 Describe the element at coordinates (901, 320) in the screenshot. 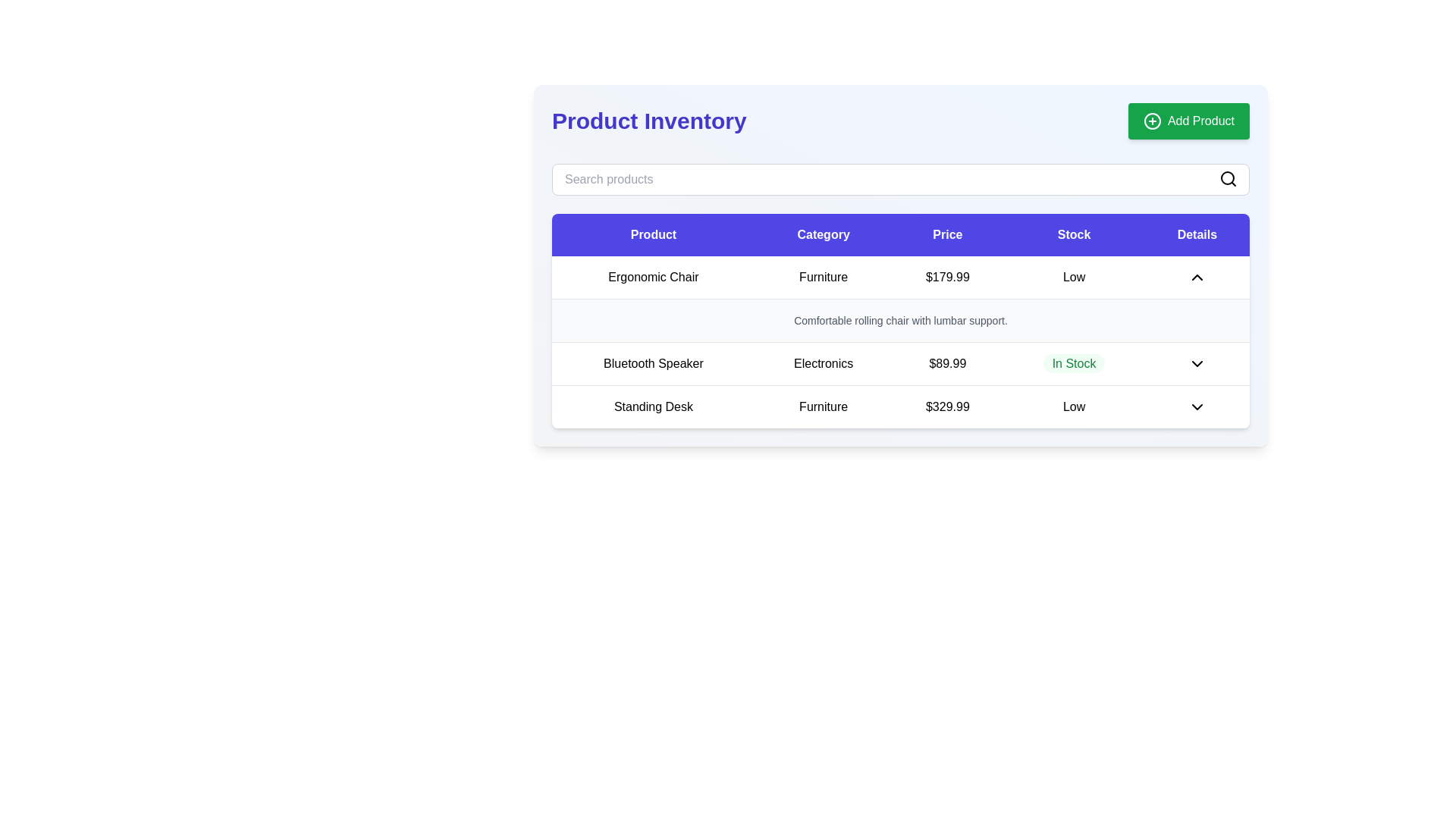

I see `the text label that reads 'Comfortable rolling chair with lumbar support.' located beneath the product name 'Ergonomic Chair.'` at that location.